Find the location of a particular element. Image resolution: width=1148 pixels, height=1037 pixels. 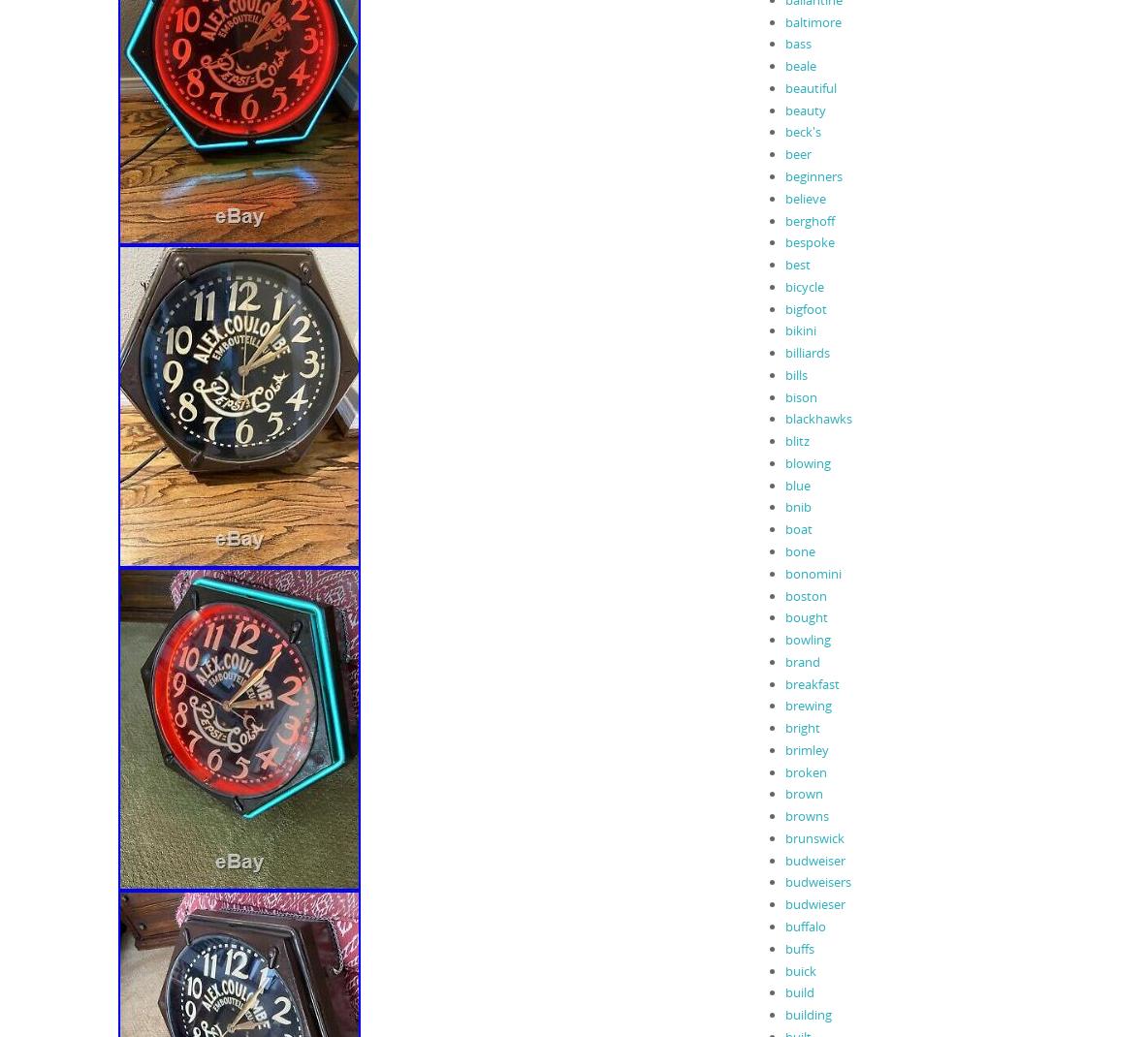

'blue' is located at coordinates (797, 485).